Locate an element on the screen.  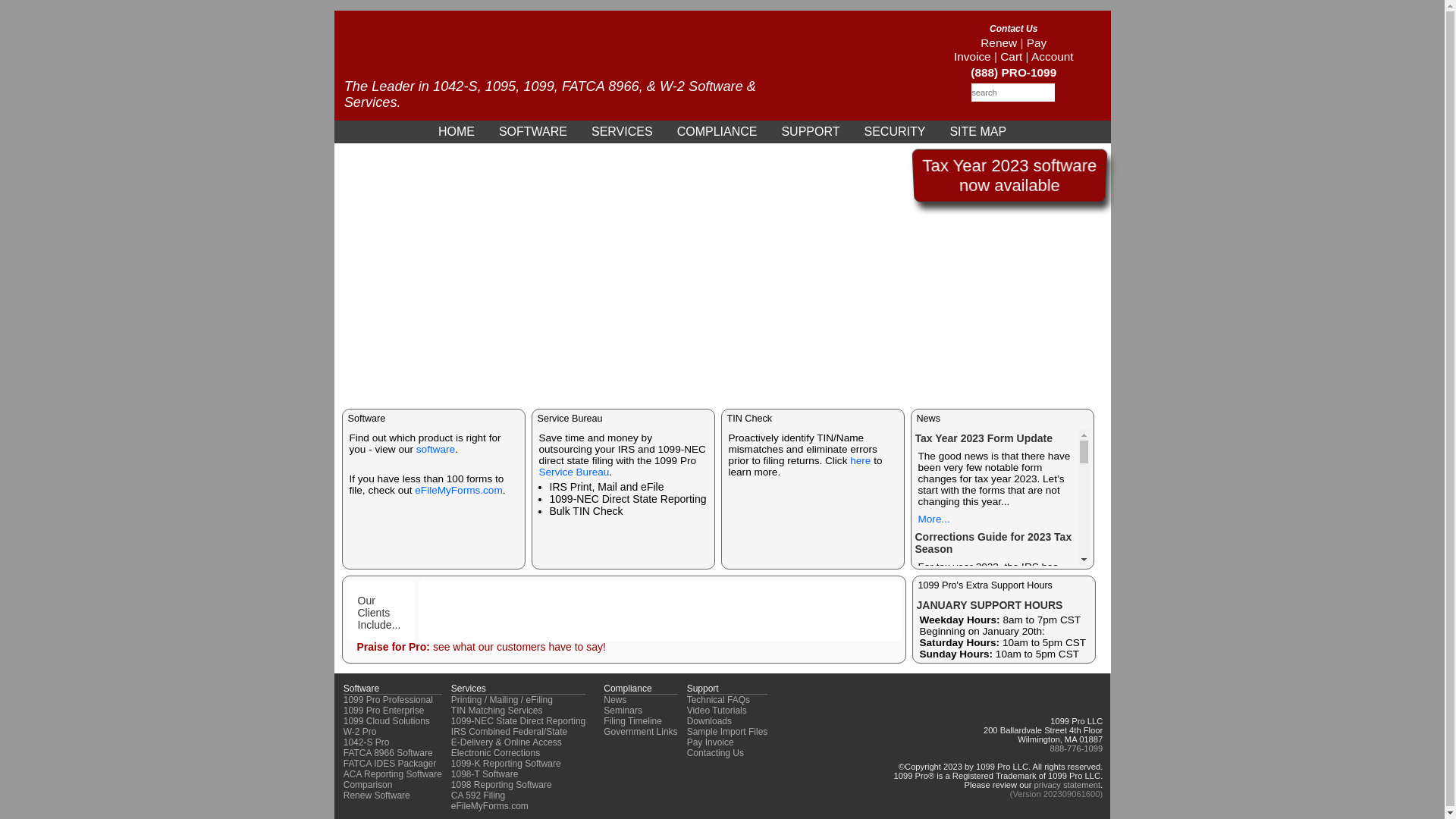
'E-Delivery & Online Access' is located at coordinates (450, 742).